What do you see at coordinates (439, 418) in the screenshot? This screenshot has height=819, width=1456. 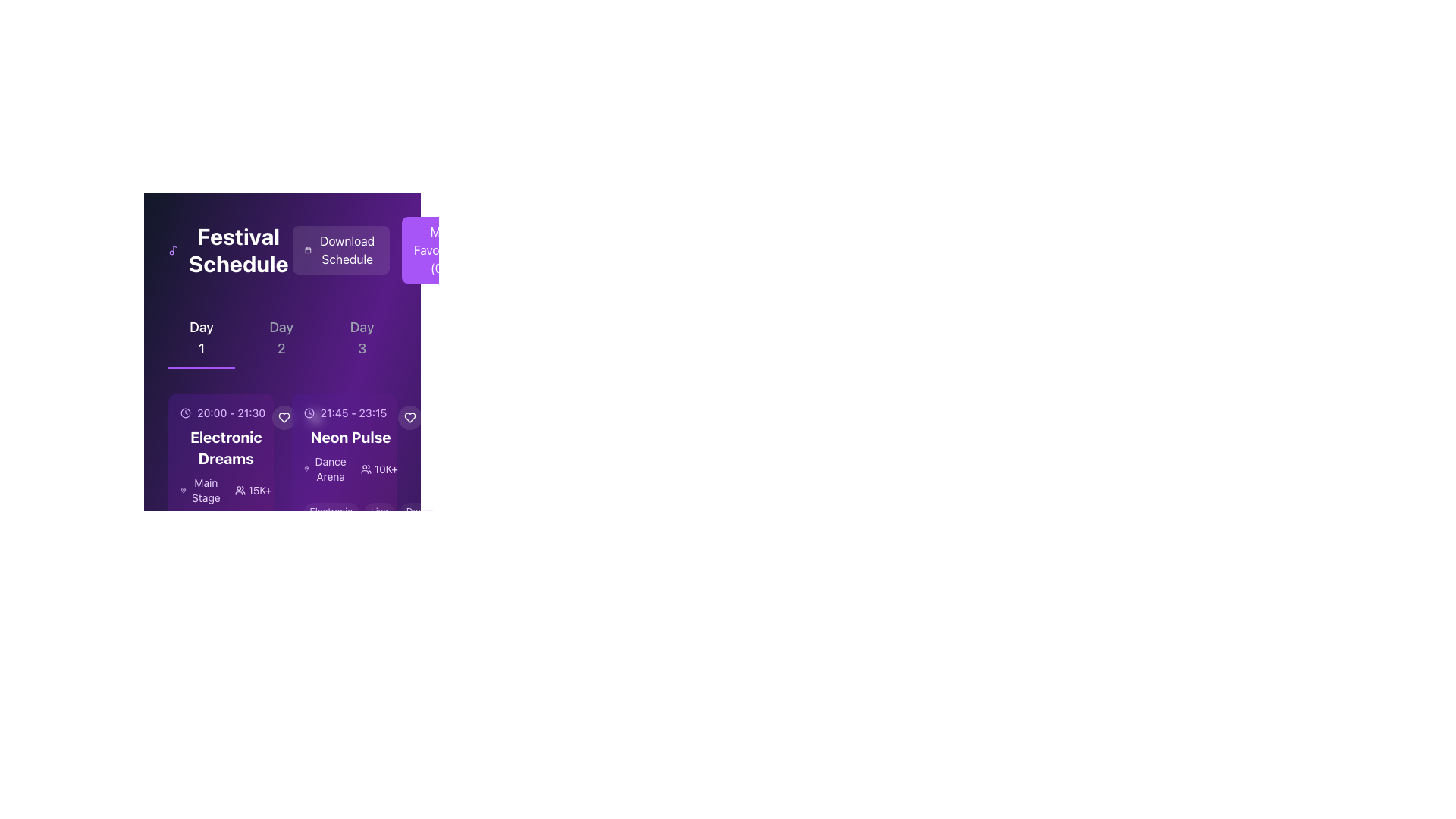 I see `the circular share button located to the right of the 'Neon Pulse' event listing` at bounding box center [439, 418].